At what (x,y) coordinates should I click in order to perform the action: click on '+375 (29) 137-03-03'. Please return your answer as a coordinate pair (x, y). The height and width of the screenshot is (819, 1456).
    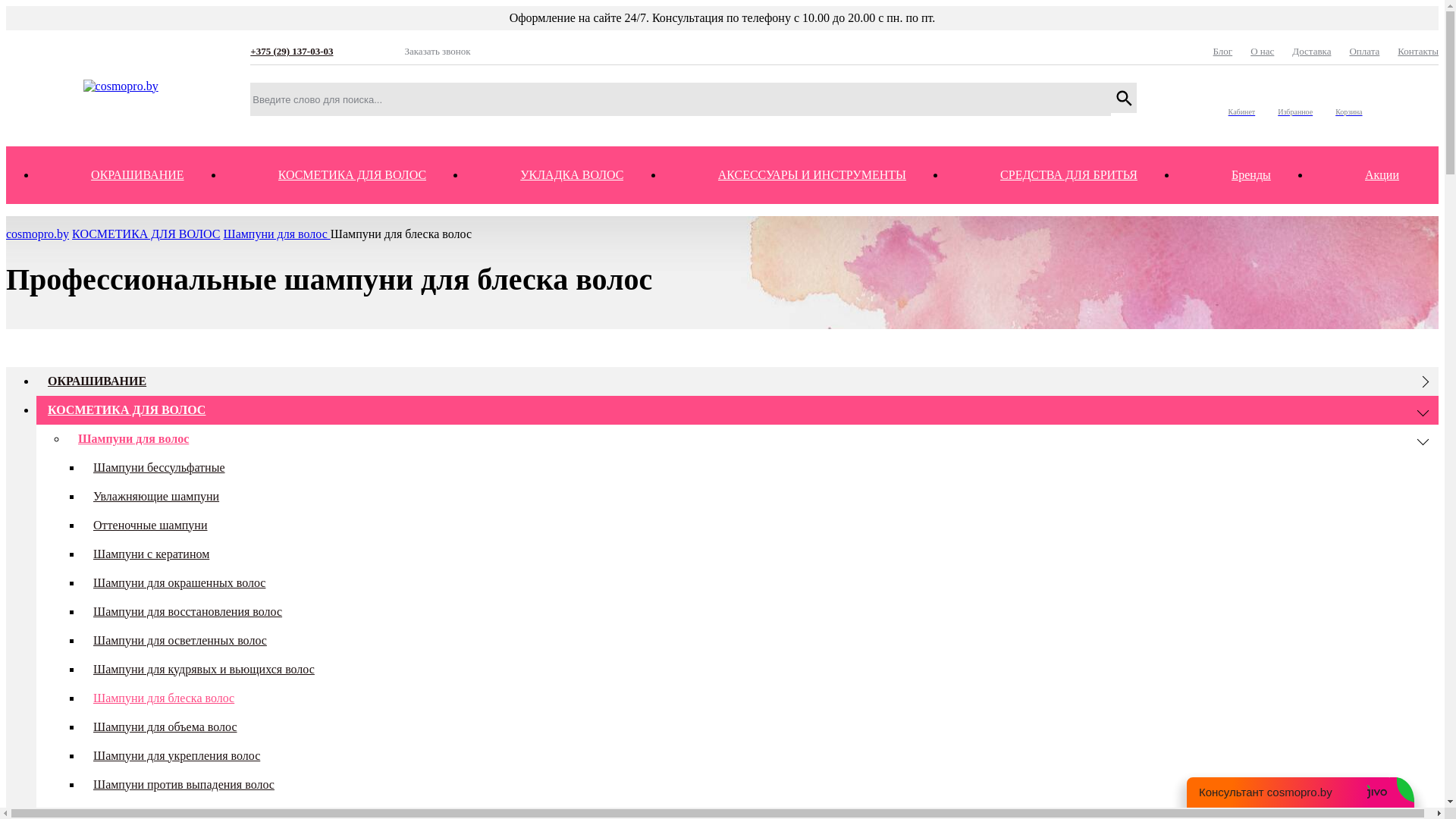
    Looking at the image, I should click on (317, 50).